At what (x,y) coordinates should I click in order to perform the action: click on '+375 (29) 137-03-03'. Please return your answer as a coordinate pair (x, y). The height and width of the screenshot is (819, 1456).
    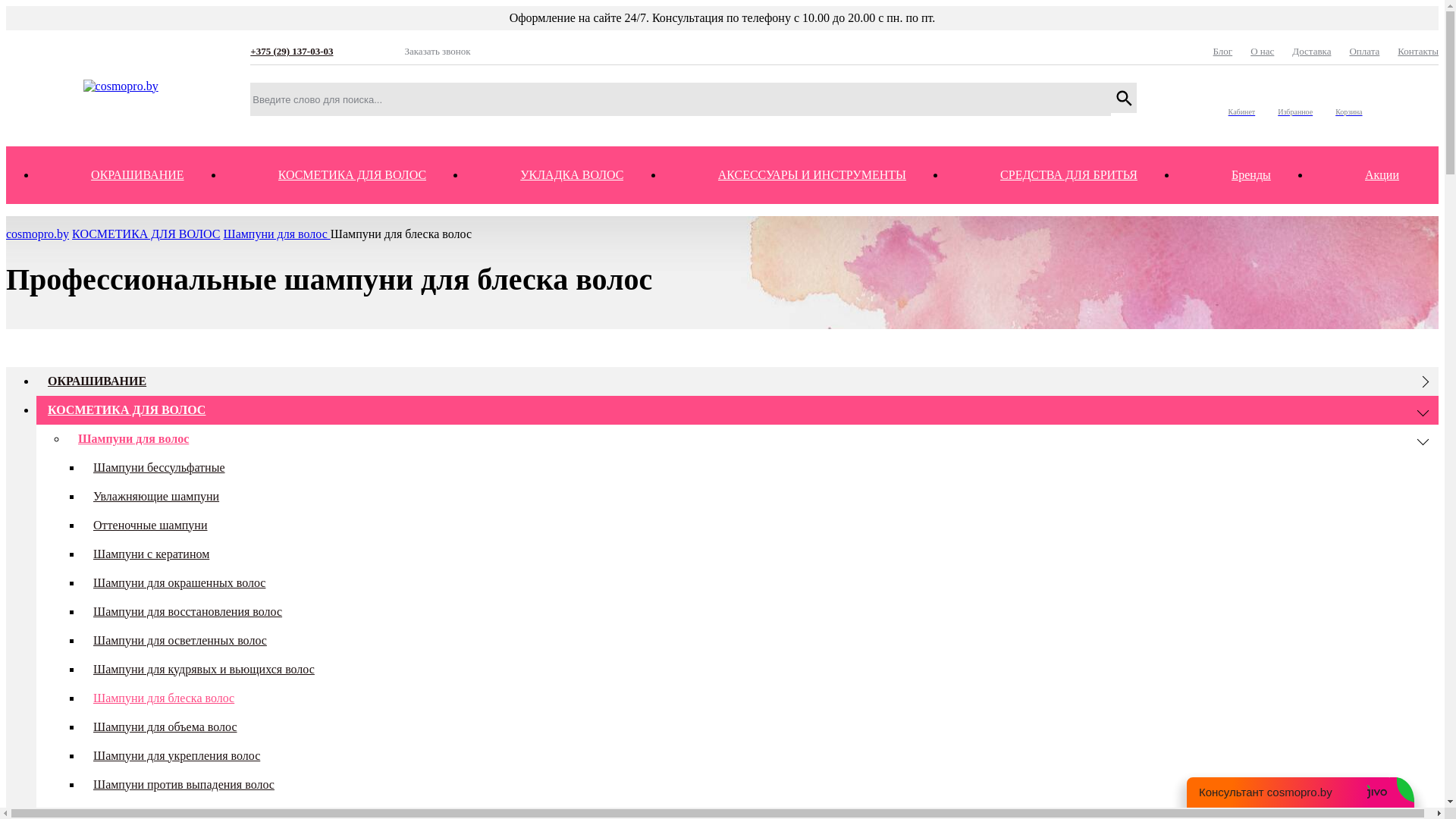
    Looking at the image, I should click on (317, 50).